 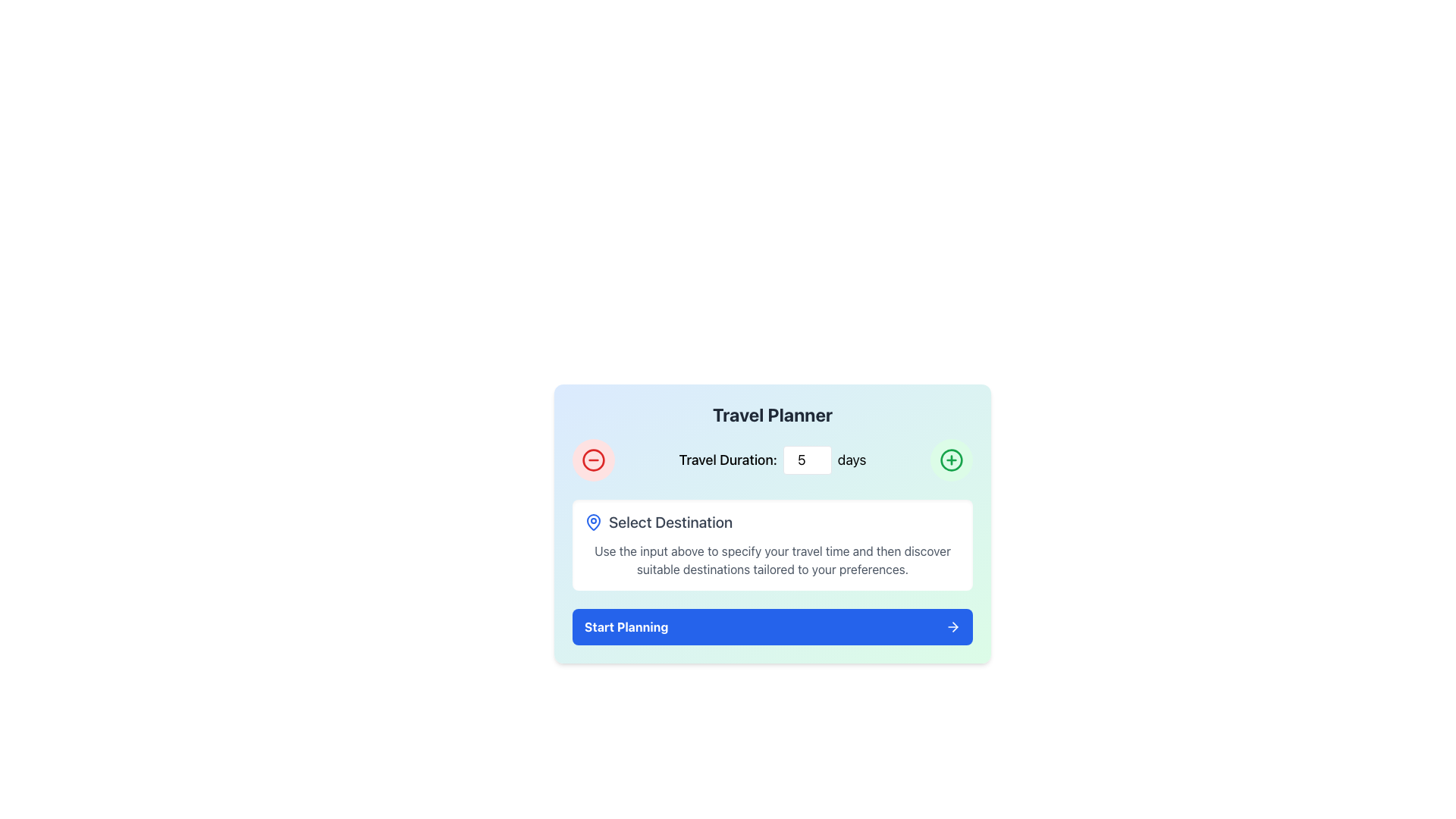 I want to click on the button at the bottom of the 'Travel Planner' module, so click(x=772, y=626).